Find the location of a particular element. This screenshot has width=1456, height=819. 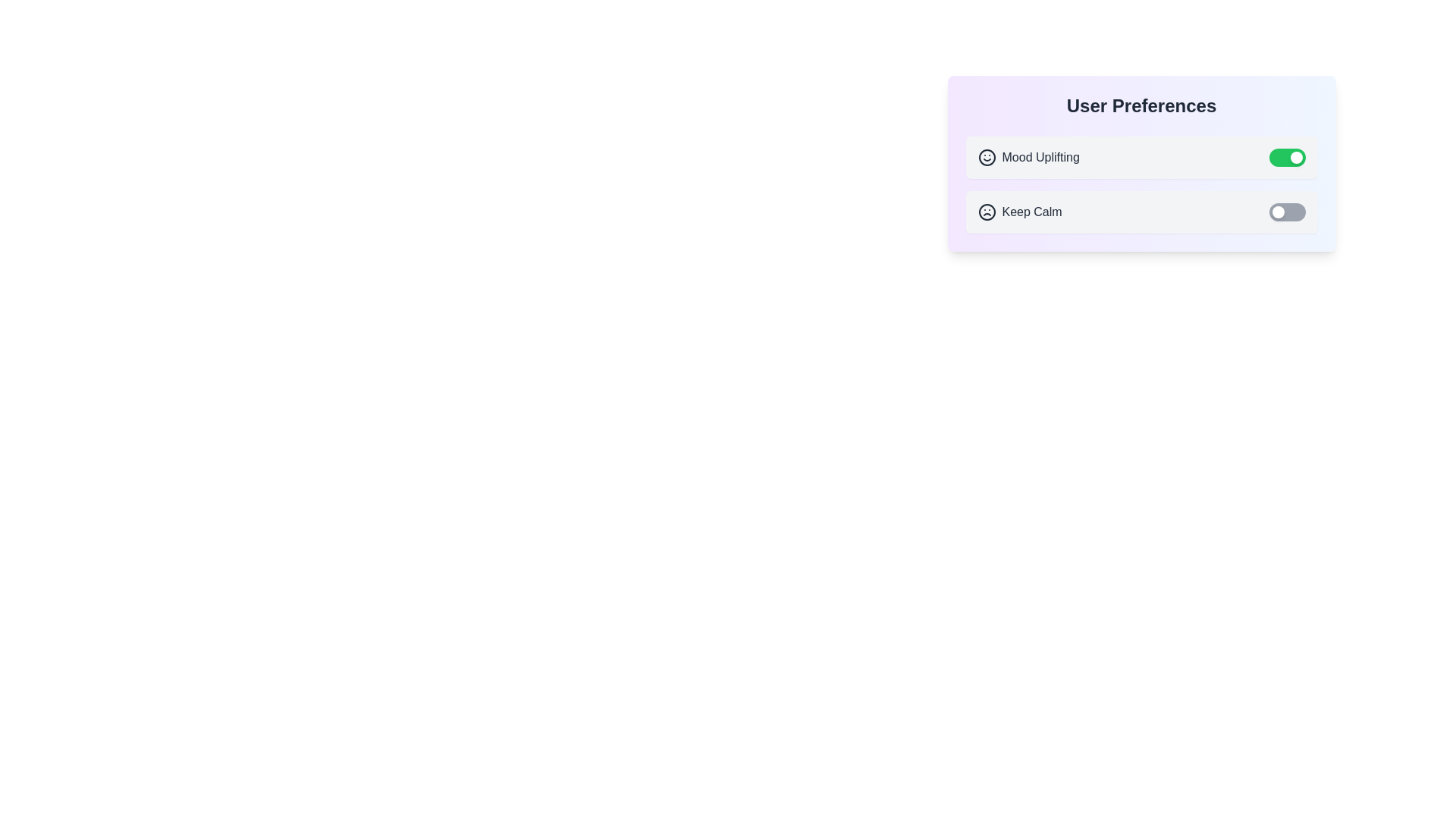

the 'Keep Calm' label, which is part of the user preferences section and is located next to a toggle switch and an icon is located at coordinates (1031, 212).